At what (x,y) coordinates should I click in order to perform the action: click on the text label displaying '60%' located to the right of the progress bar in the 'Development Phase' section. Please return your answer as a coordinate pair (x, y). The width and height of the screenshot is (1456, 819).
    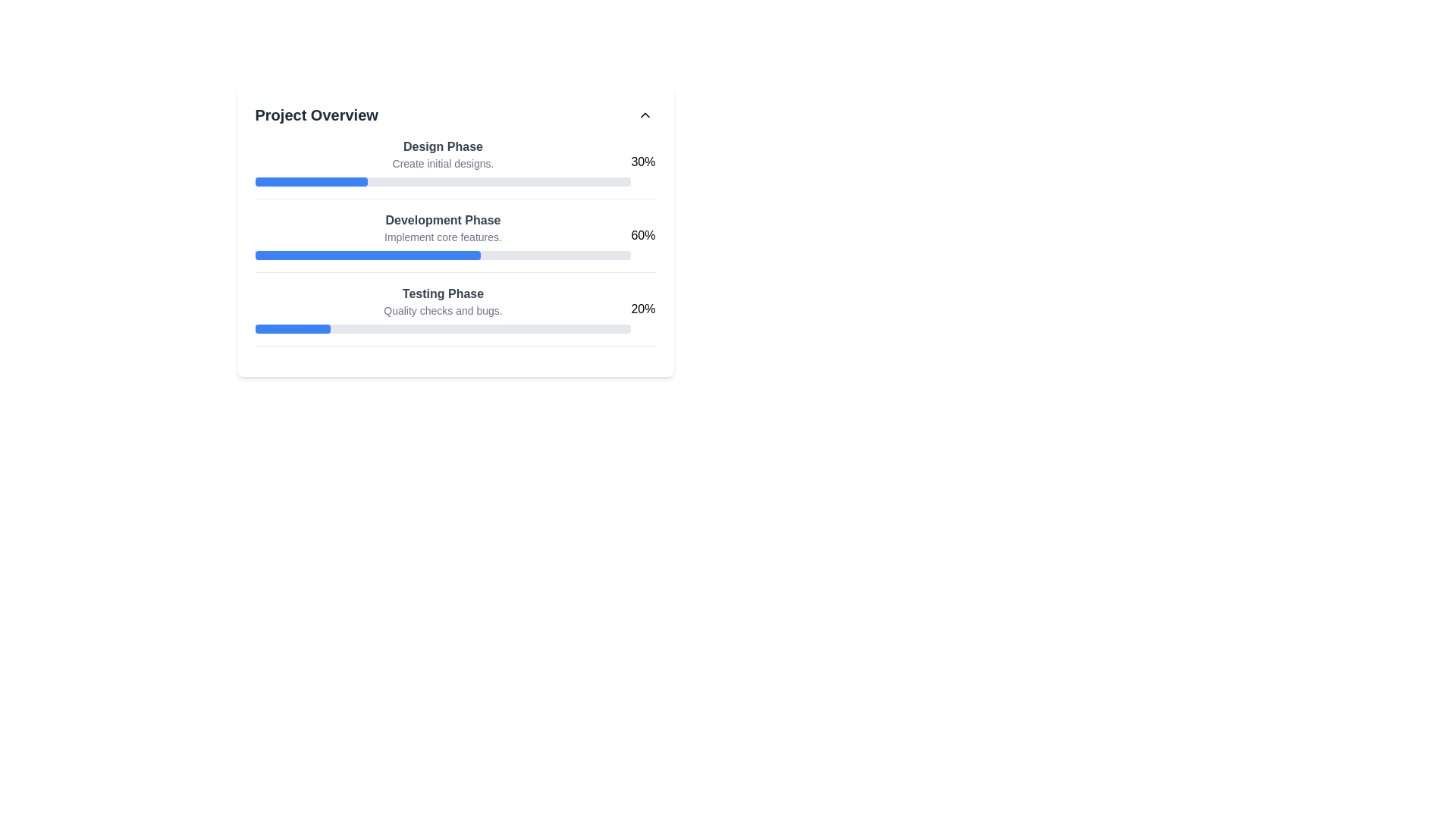
    Looking at the image, I should click on (643, 236).